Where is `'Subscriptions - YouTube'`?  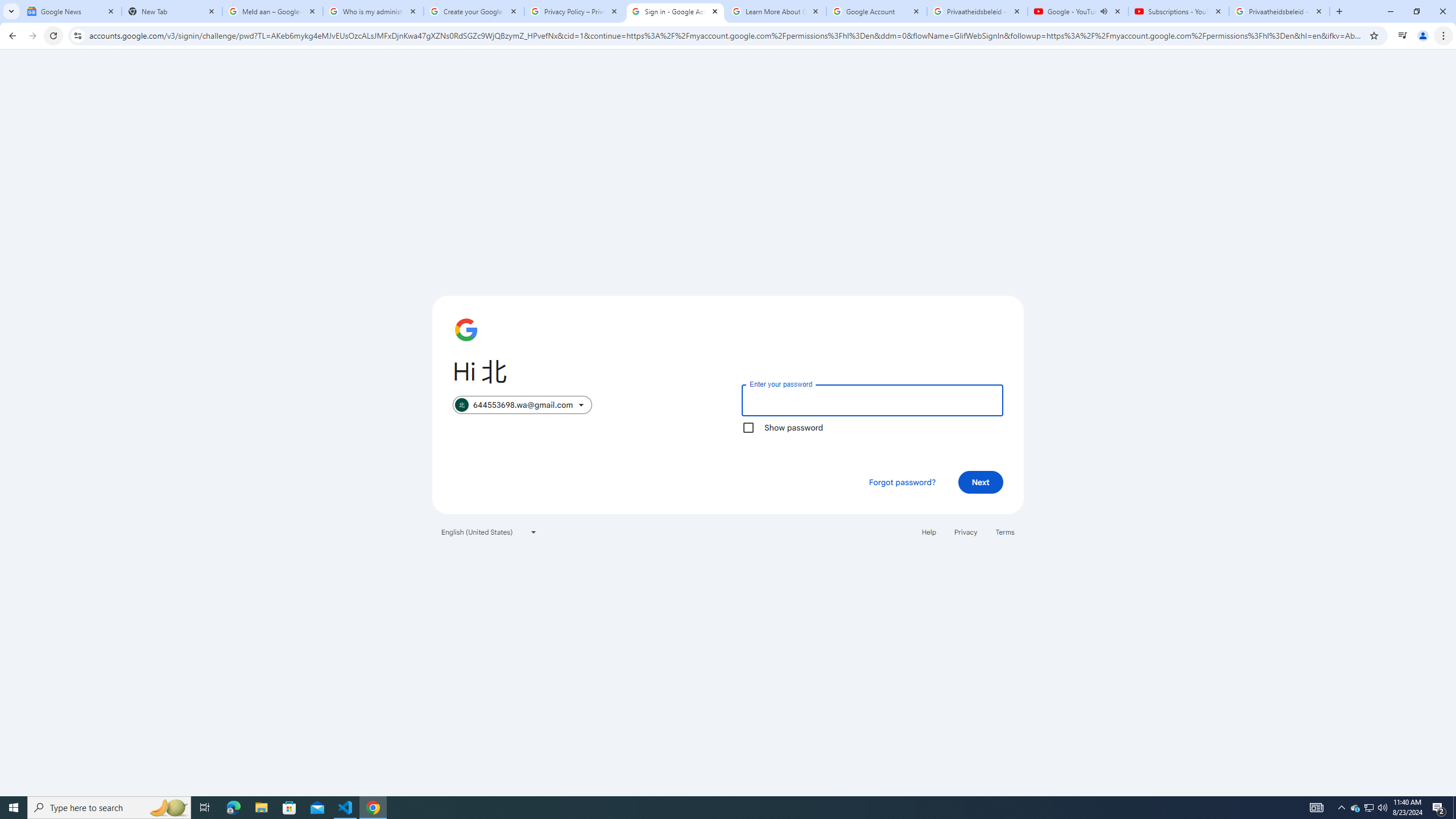 'Subscriptions - YouTube' is located at coordinates (1178, 11).